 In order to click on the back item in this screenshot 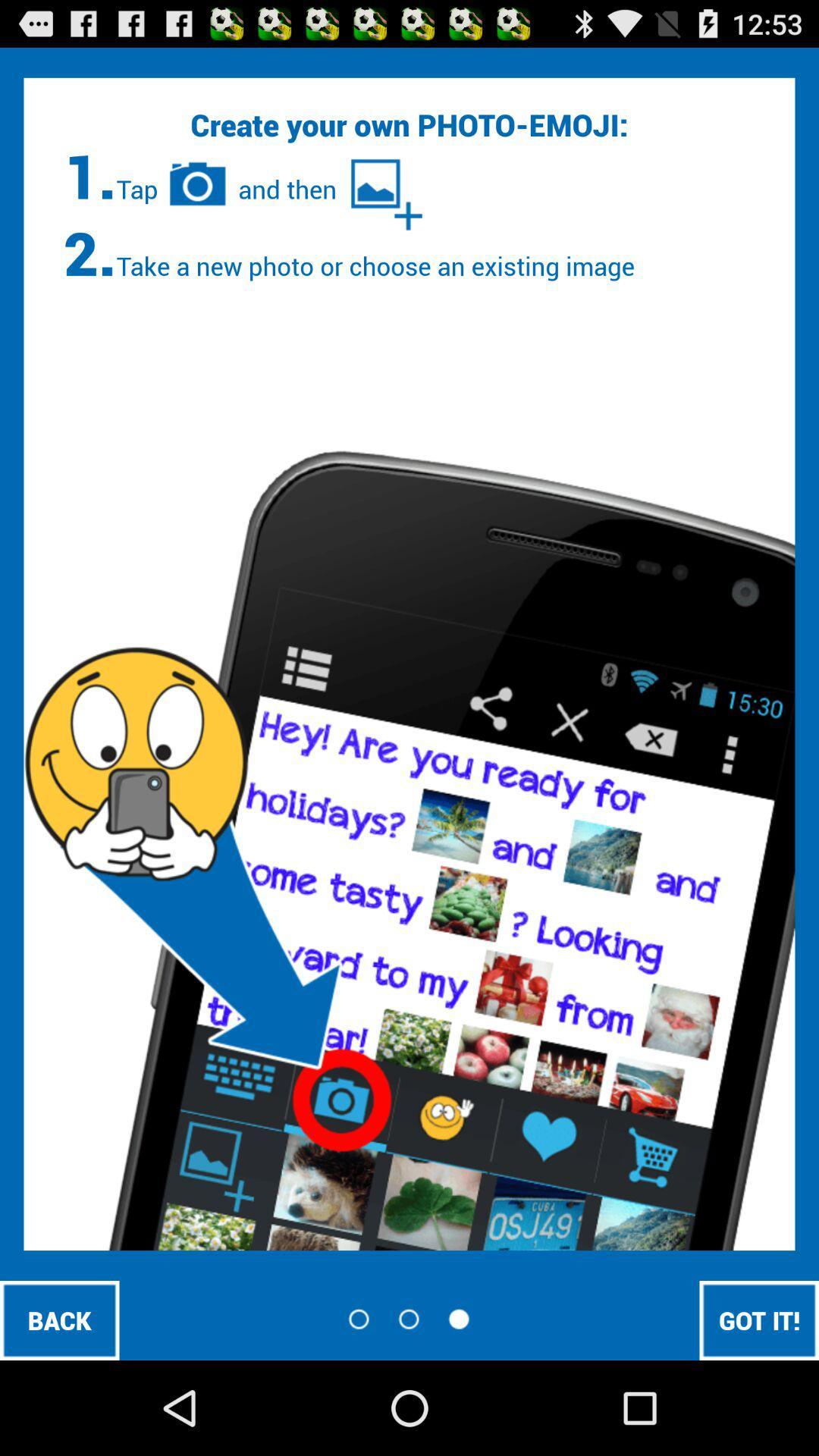, I will do `click(58, 1319)`.